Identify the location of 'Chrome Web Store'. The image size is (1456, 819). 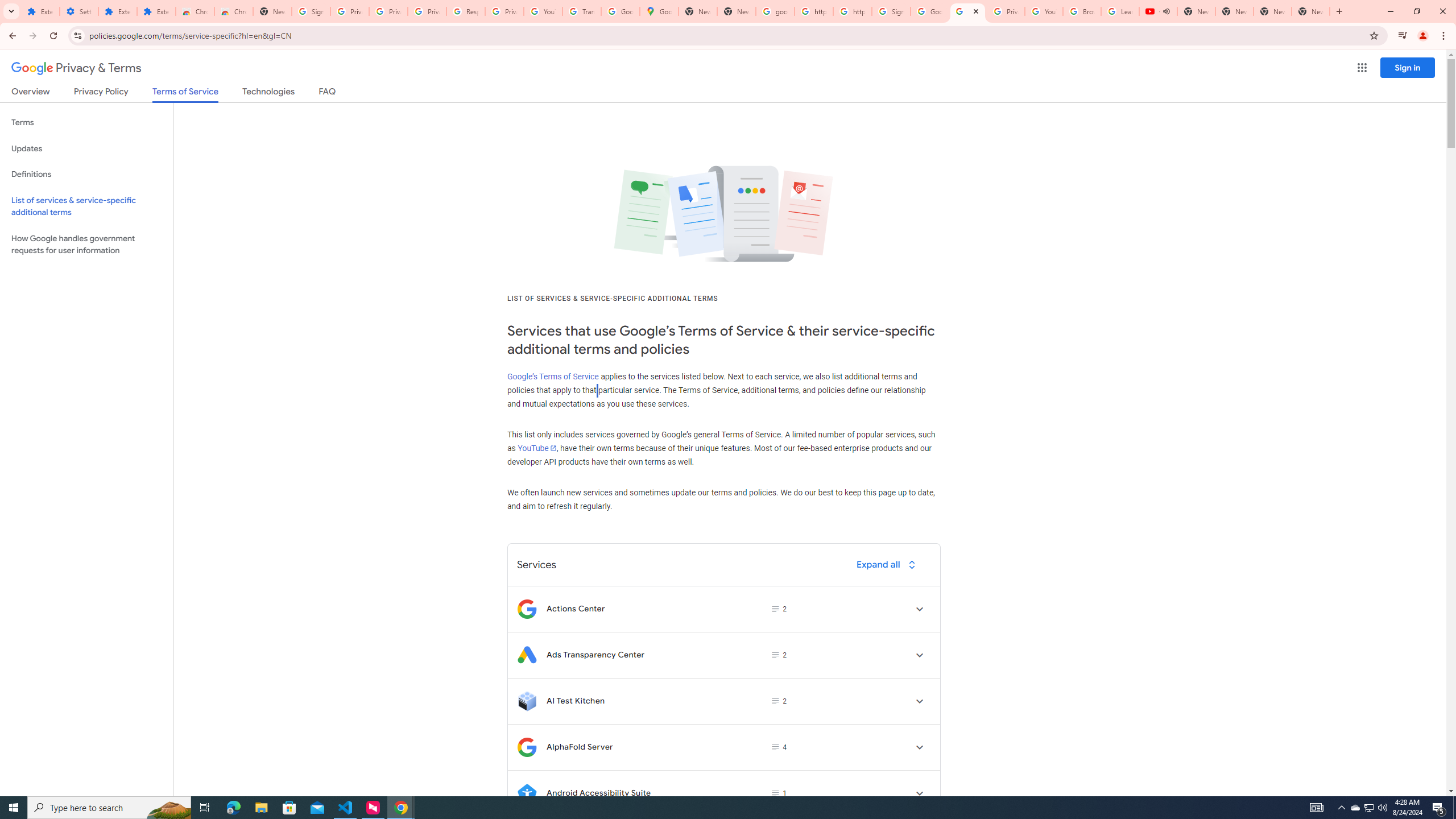
(195, 11).